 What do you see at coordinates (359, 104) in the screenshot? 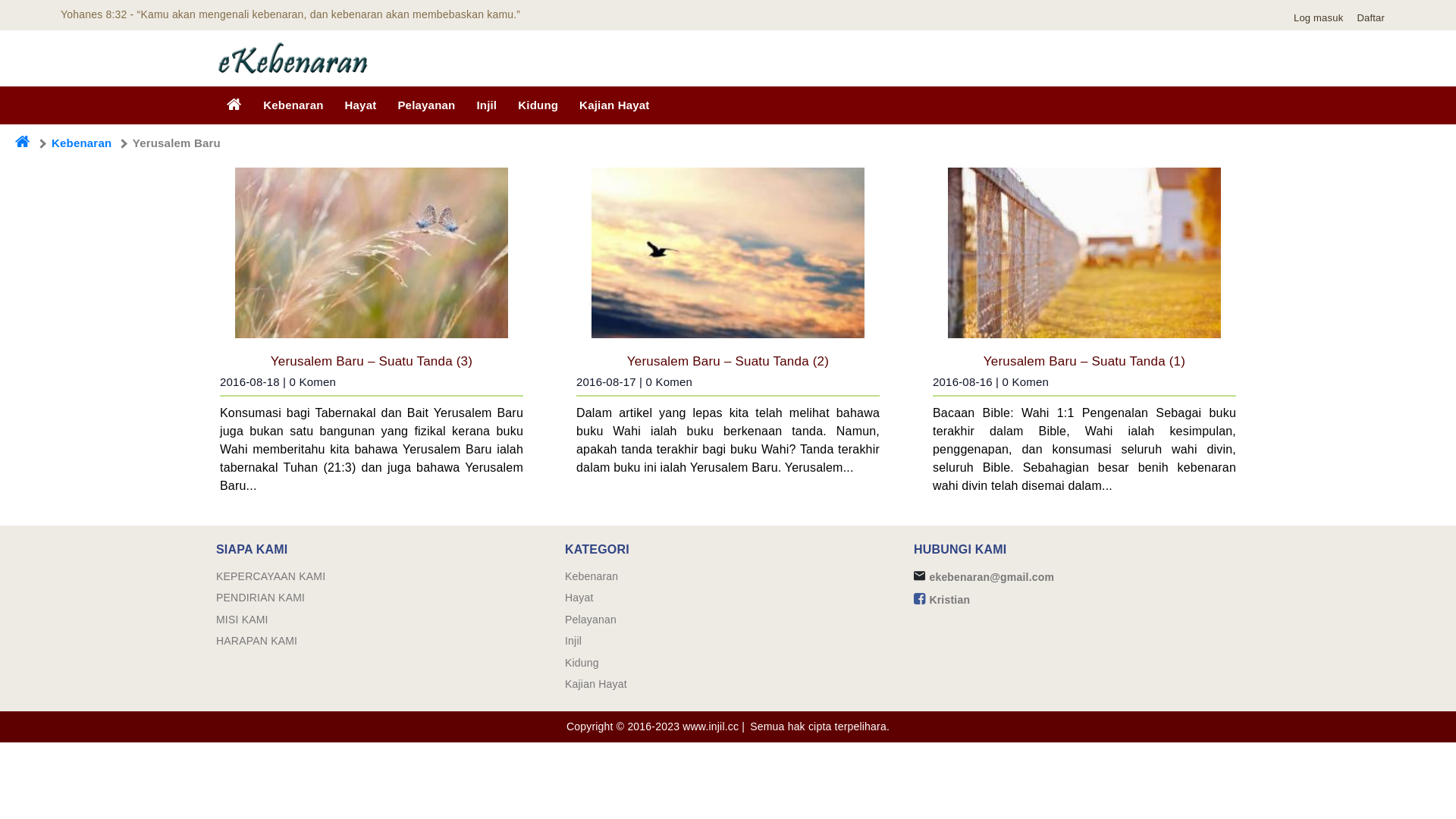
I see `'Hayat'` at bounding box center [359, 104].